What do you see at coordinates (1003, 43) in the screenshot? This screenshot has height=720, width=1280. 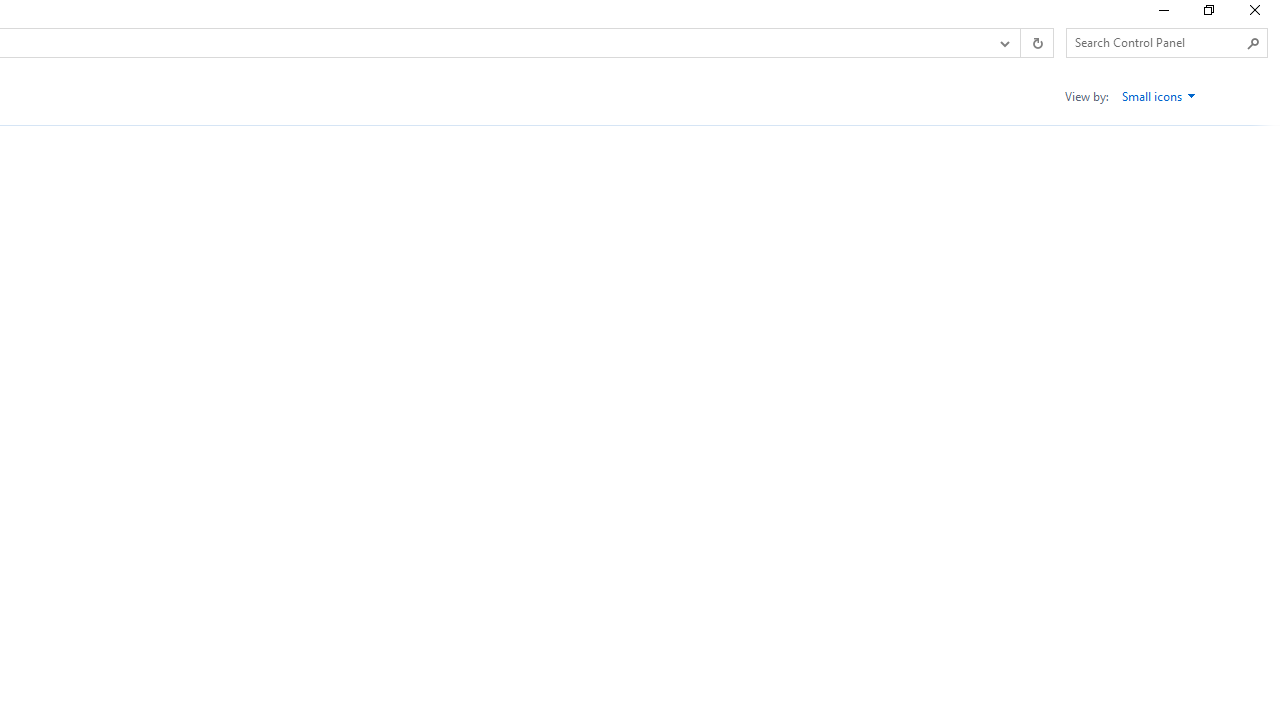 I see `'Previous Locations'` at bounding box center [1003, 43].